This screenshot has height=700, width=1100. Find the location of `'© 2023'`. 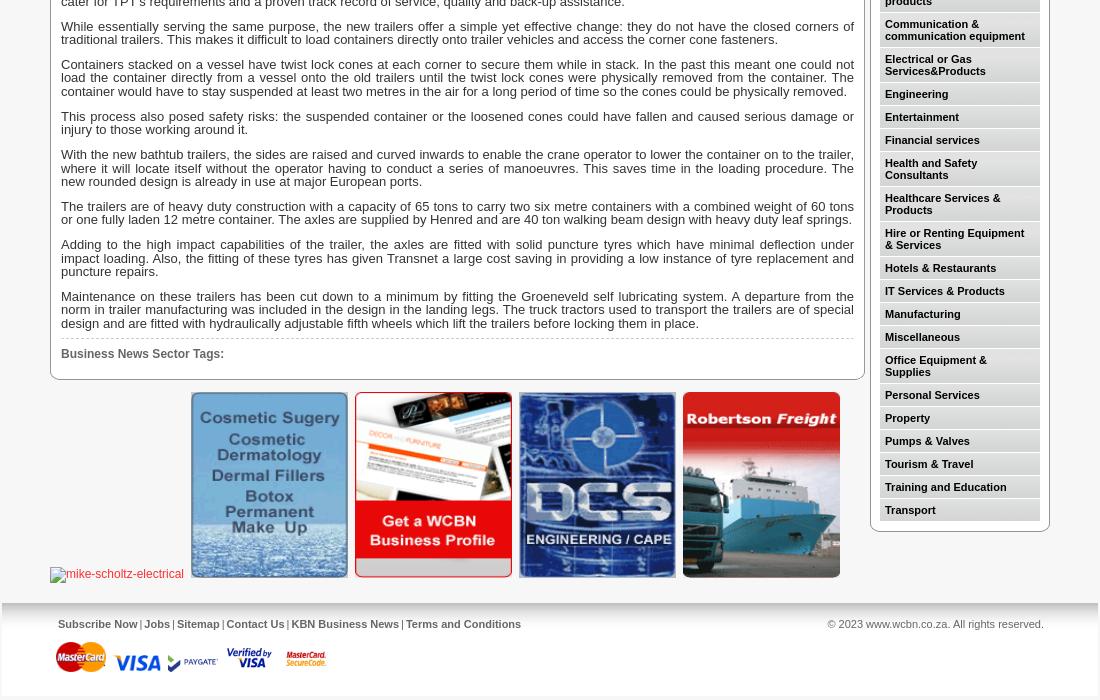

'© 2023' is located at coordinates (845, 623).